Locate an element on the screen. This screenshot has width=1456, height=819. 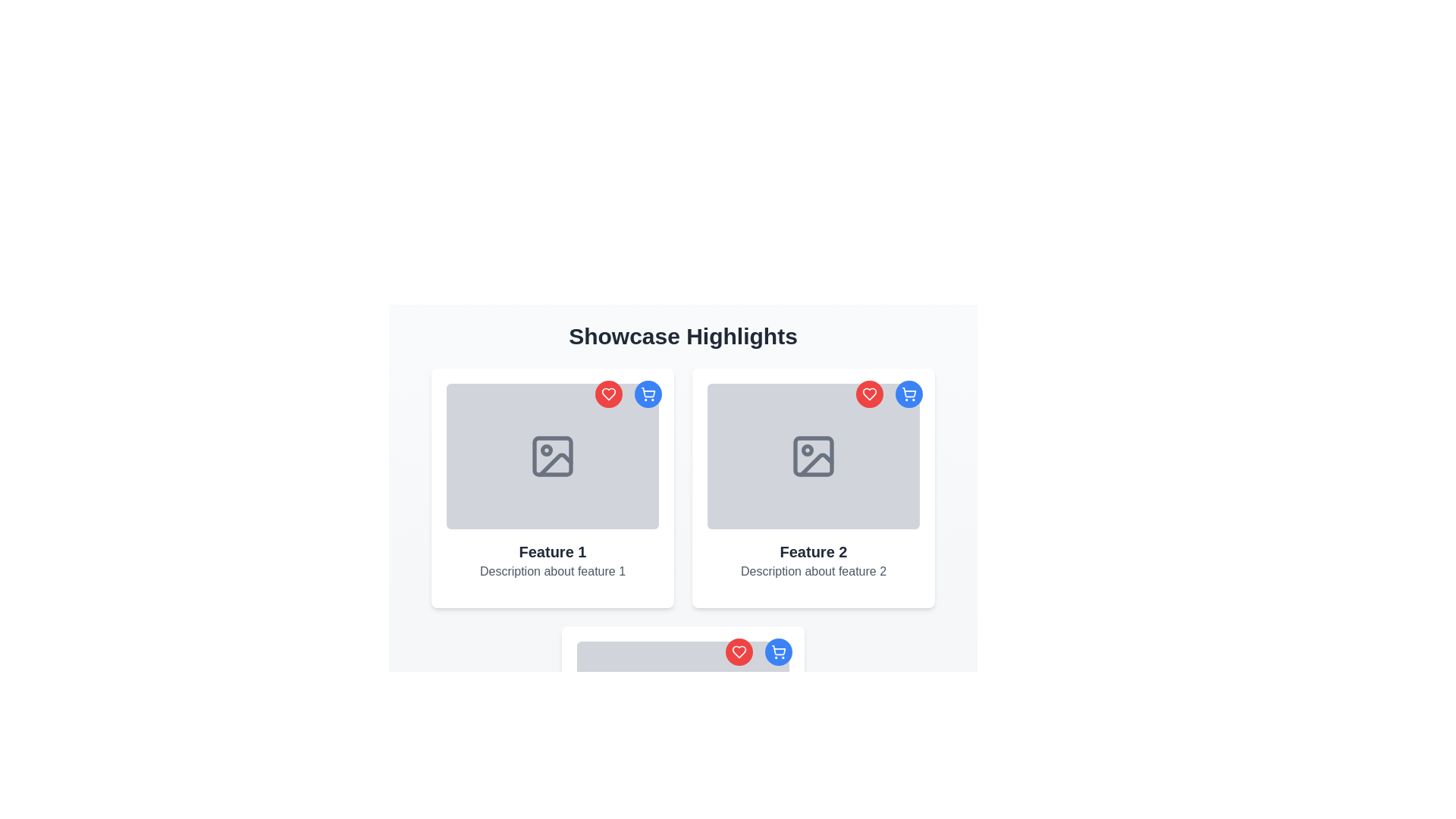
the favorite button located in the top-right corner of the second feature card to mark the associated item as a favorite is located at coordinates (870, 394).